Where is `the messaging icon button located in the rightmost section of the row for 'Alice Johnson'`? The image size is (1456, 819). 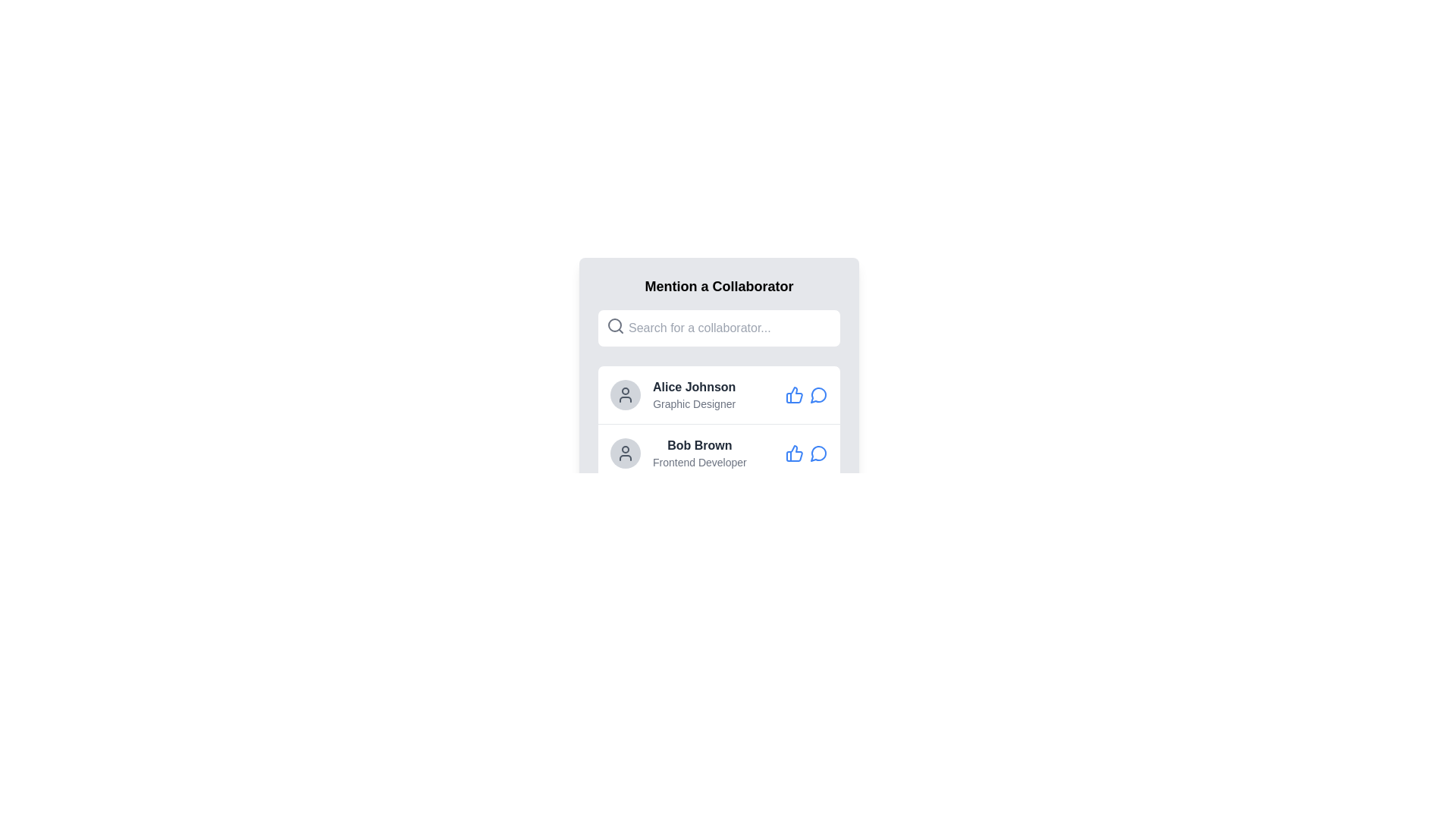
the messaging icon button located in the rightmost section of the row for 'Alice Johnson' is located at coordinates (818, 394).